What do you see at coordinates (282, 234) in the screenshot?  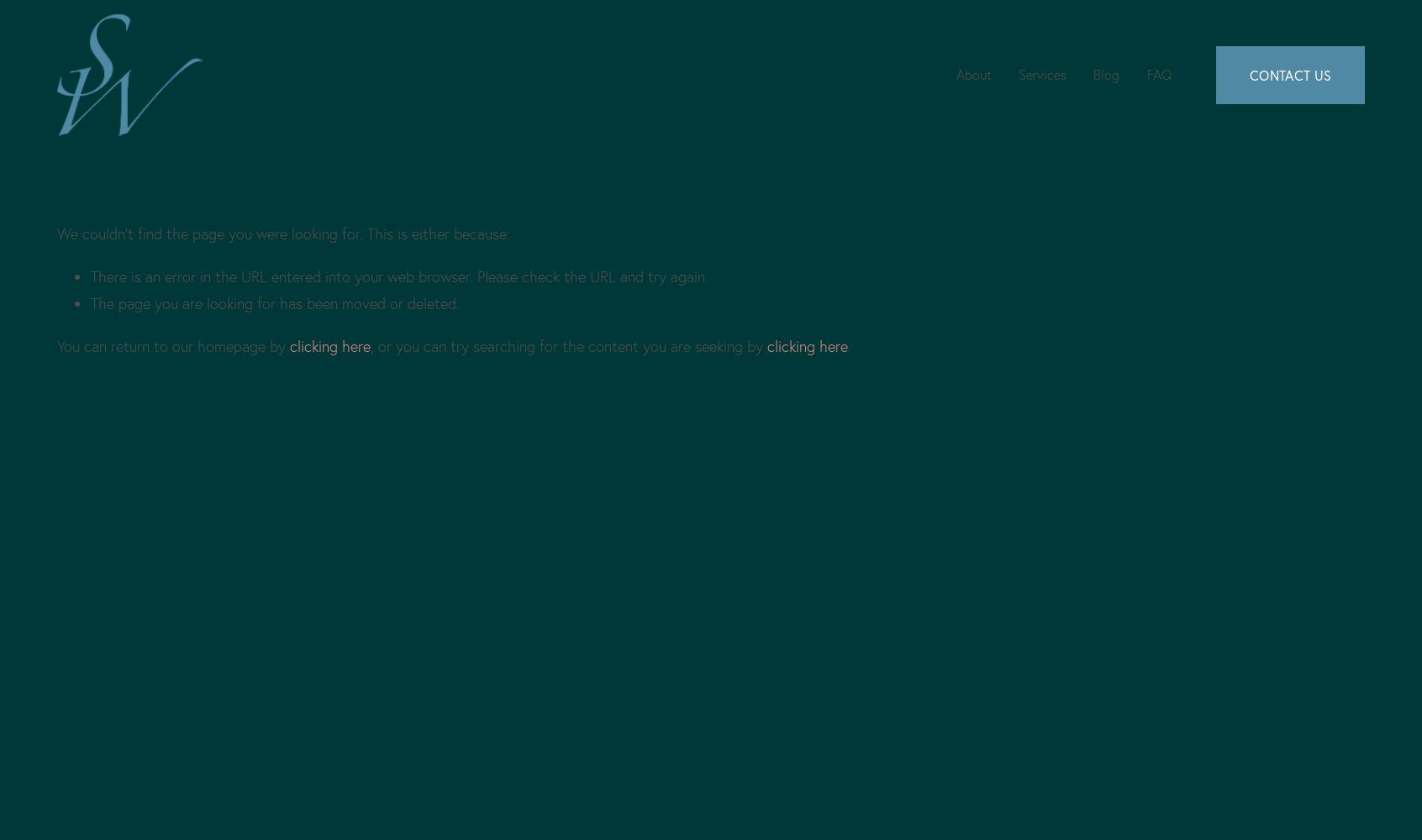 I see `'We couldn't find the page you were looking for. This is either because:'` at bounding box center [282, 234].